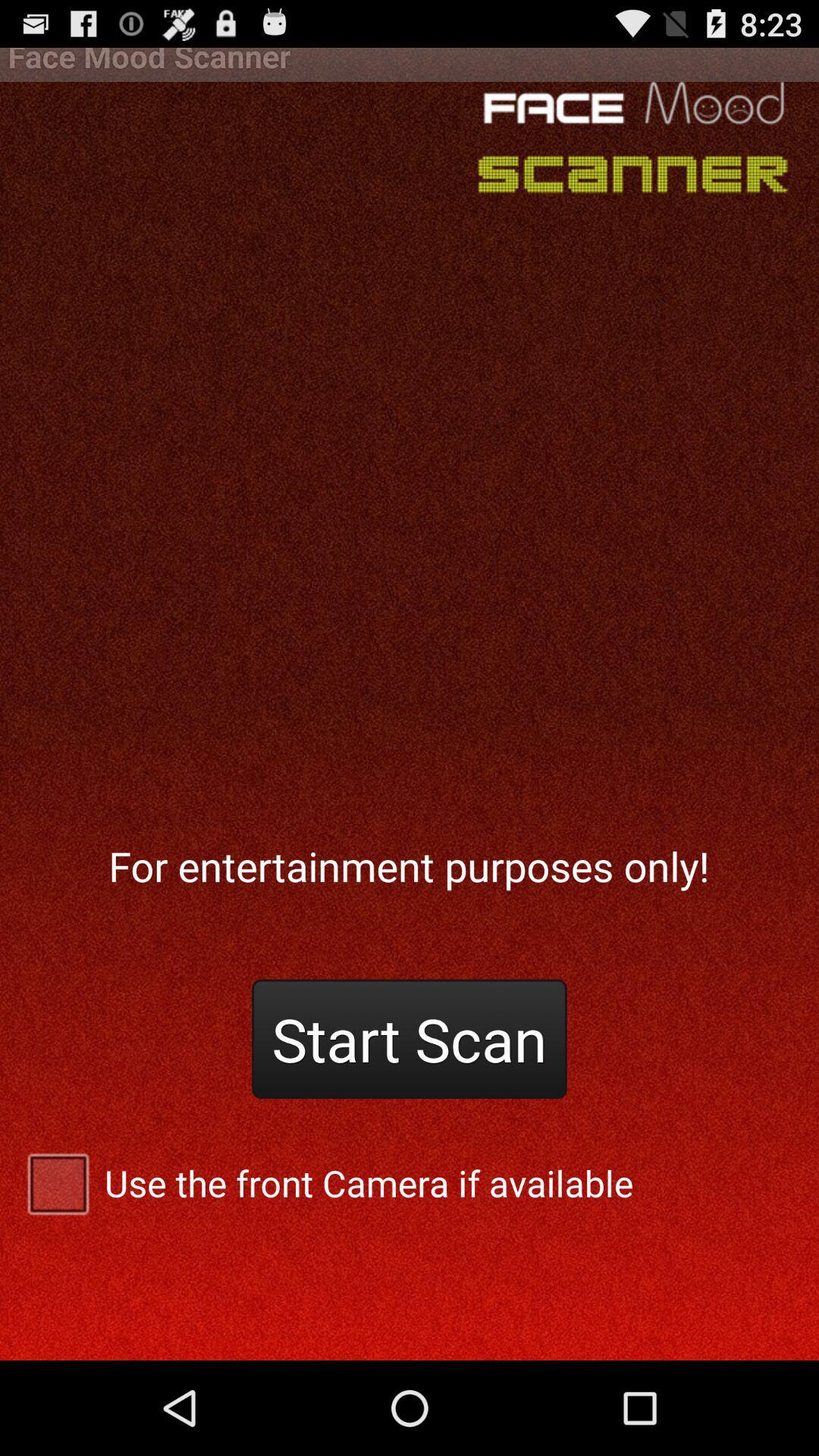  I want to click on icon above use the front icon, so click(409, 1038).